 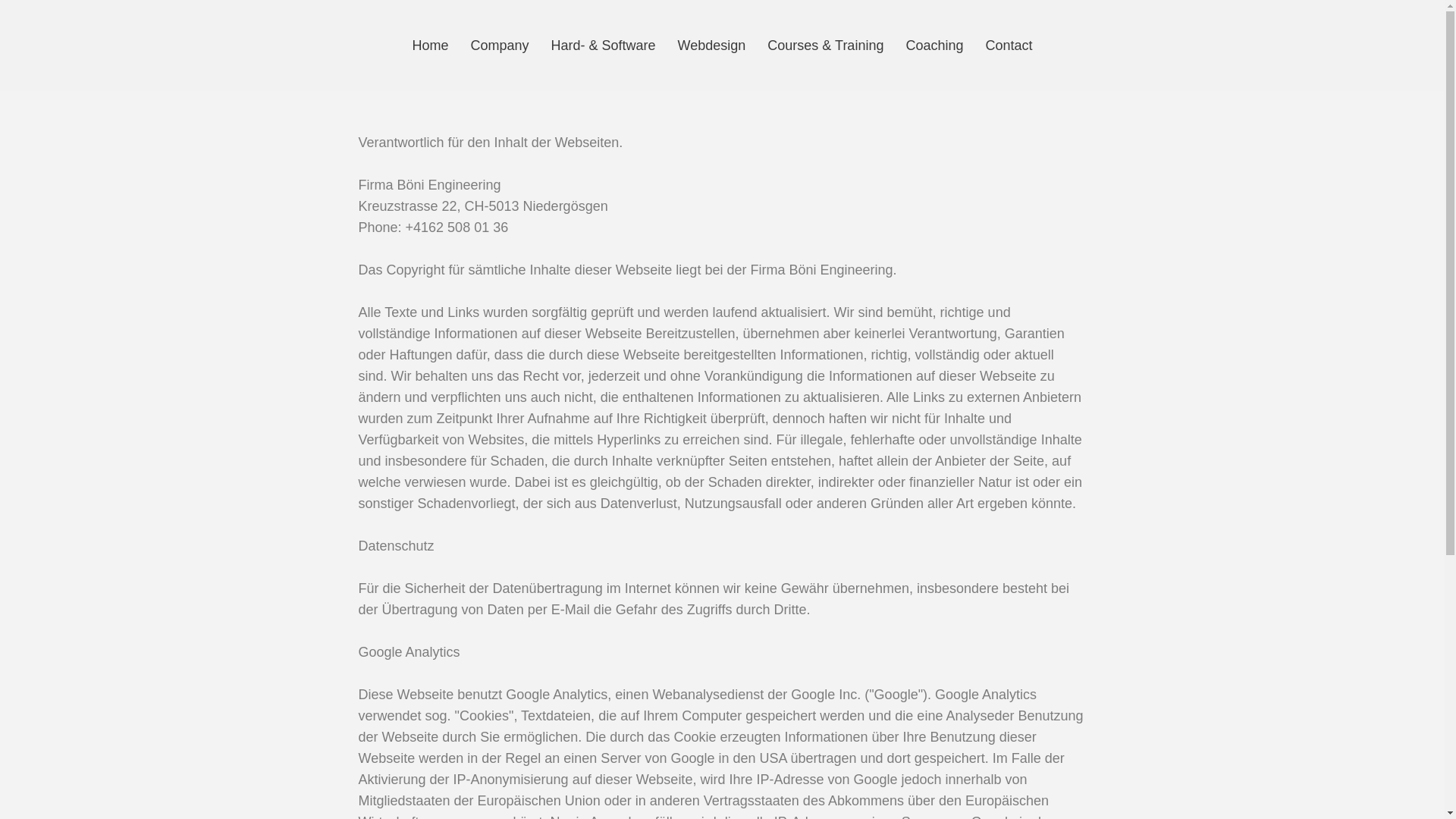 I want to click on 'Coaching', so click(x=934, y=45).